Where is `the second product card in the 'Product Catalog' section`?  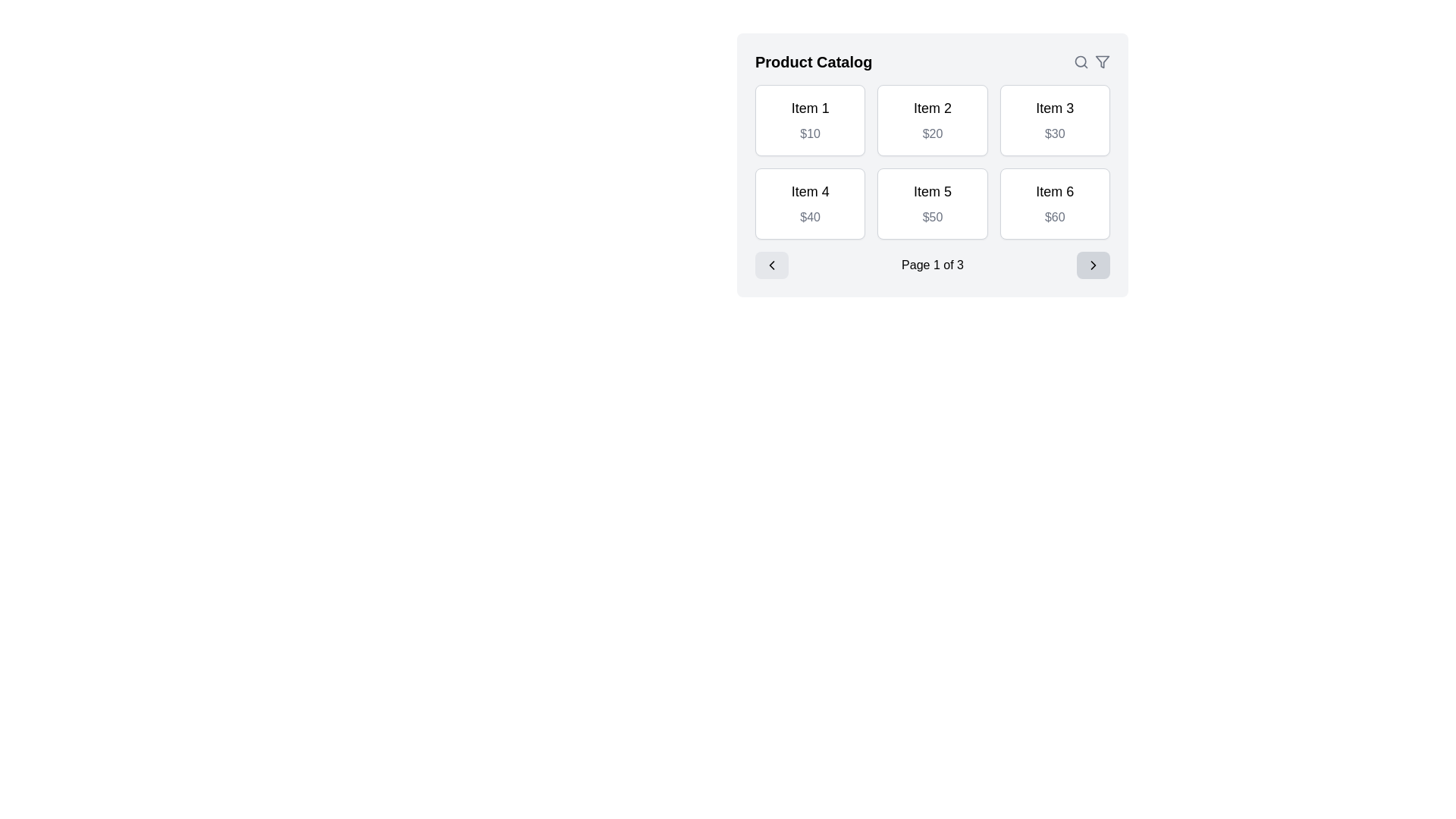 the second product card in the 'Product Catalog' section is located at coordinates (931, 119).